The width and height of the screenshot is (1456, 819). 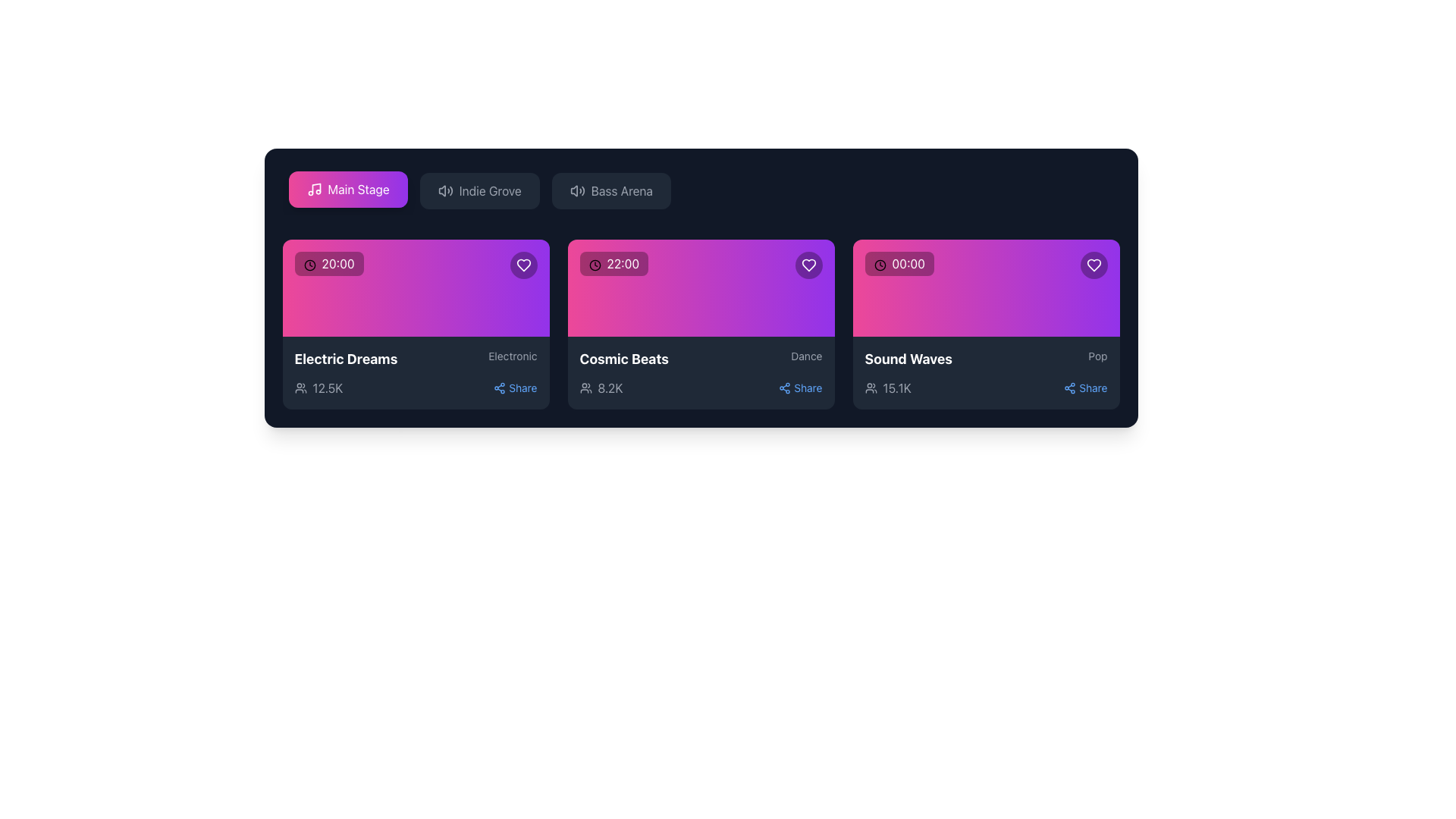 What do you see at coordinates (523, 265) in the screenshot?
I see `the heart-shaped icon in the upper-right corner of the 'Electric Dreams' card` at bounding box center [523, 265].